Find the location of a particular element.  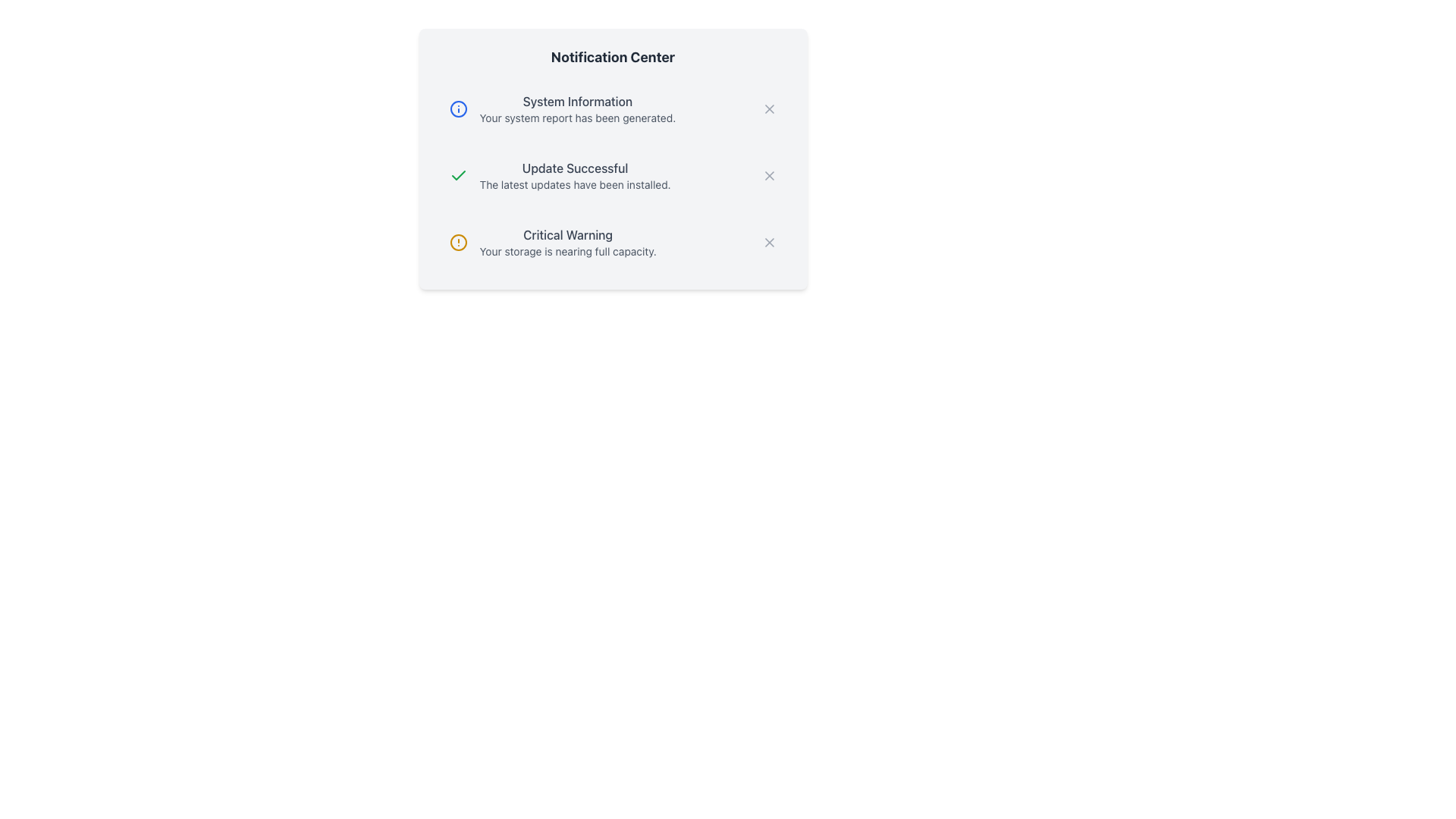

the warning icon located in the third row of the notification list under the 'Critical Warning' category, to the left of the message text is located at coordinates (457, 242).